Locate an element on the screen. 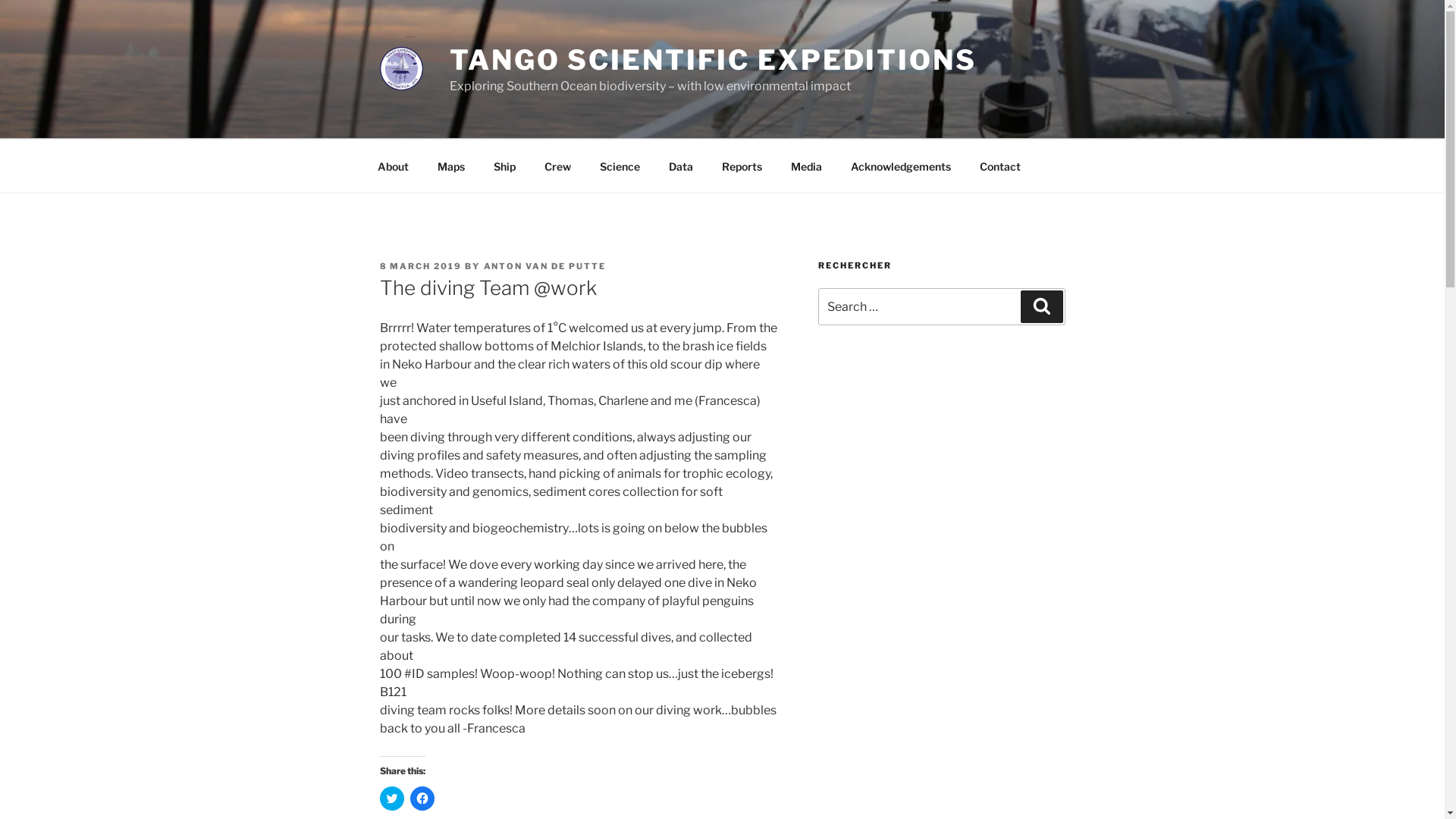 The height and width of the screenshot is (819, 1456). 'Click to share on Facebook (Opens in new window)' is located at coordinates (422, 798).